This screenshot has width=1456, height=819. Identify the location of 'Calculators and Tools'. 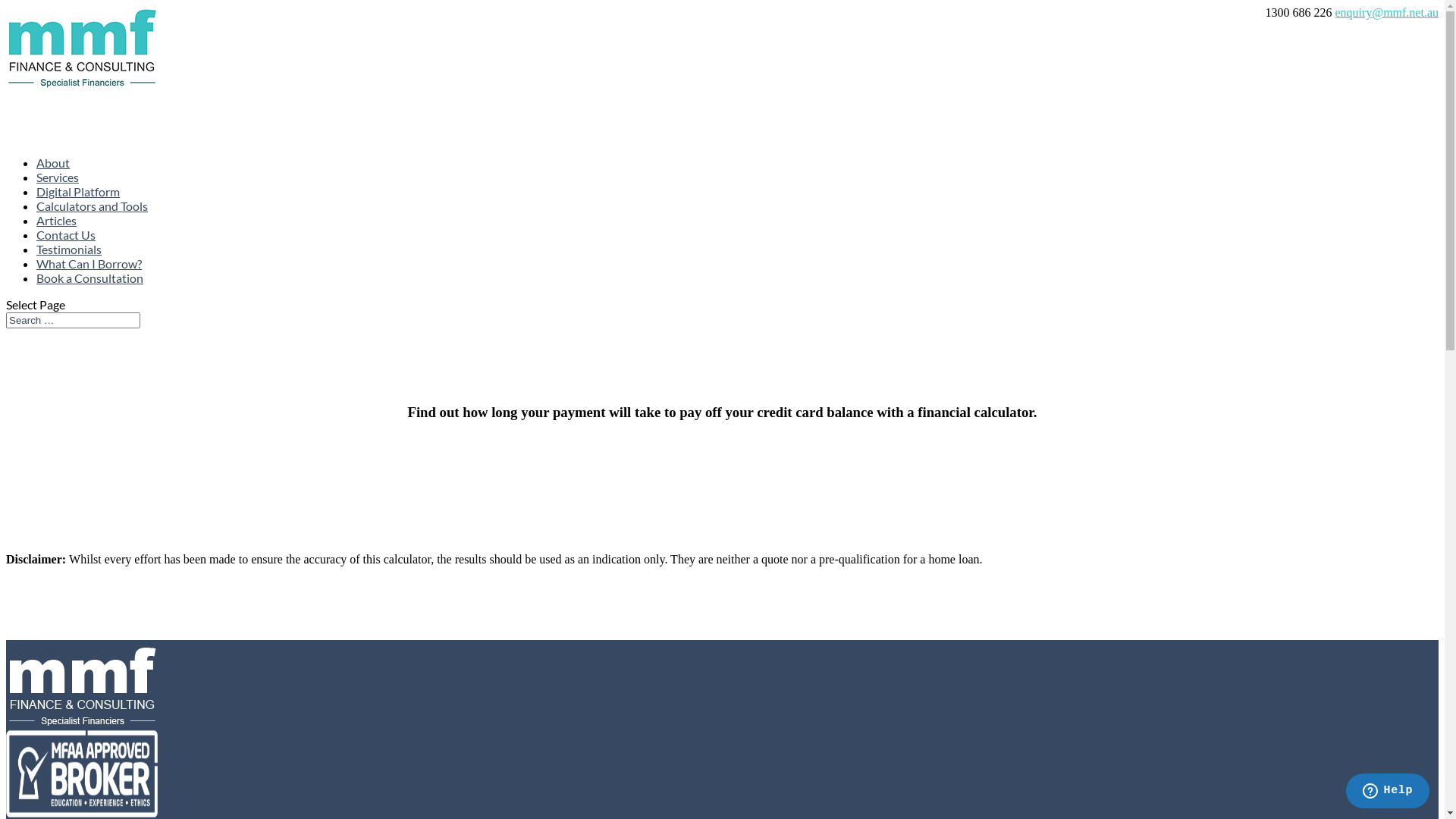
(36, 230).